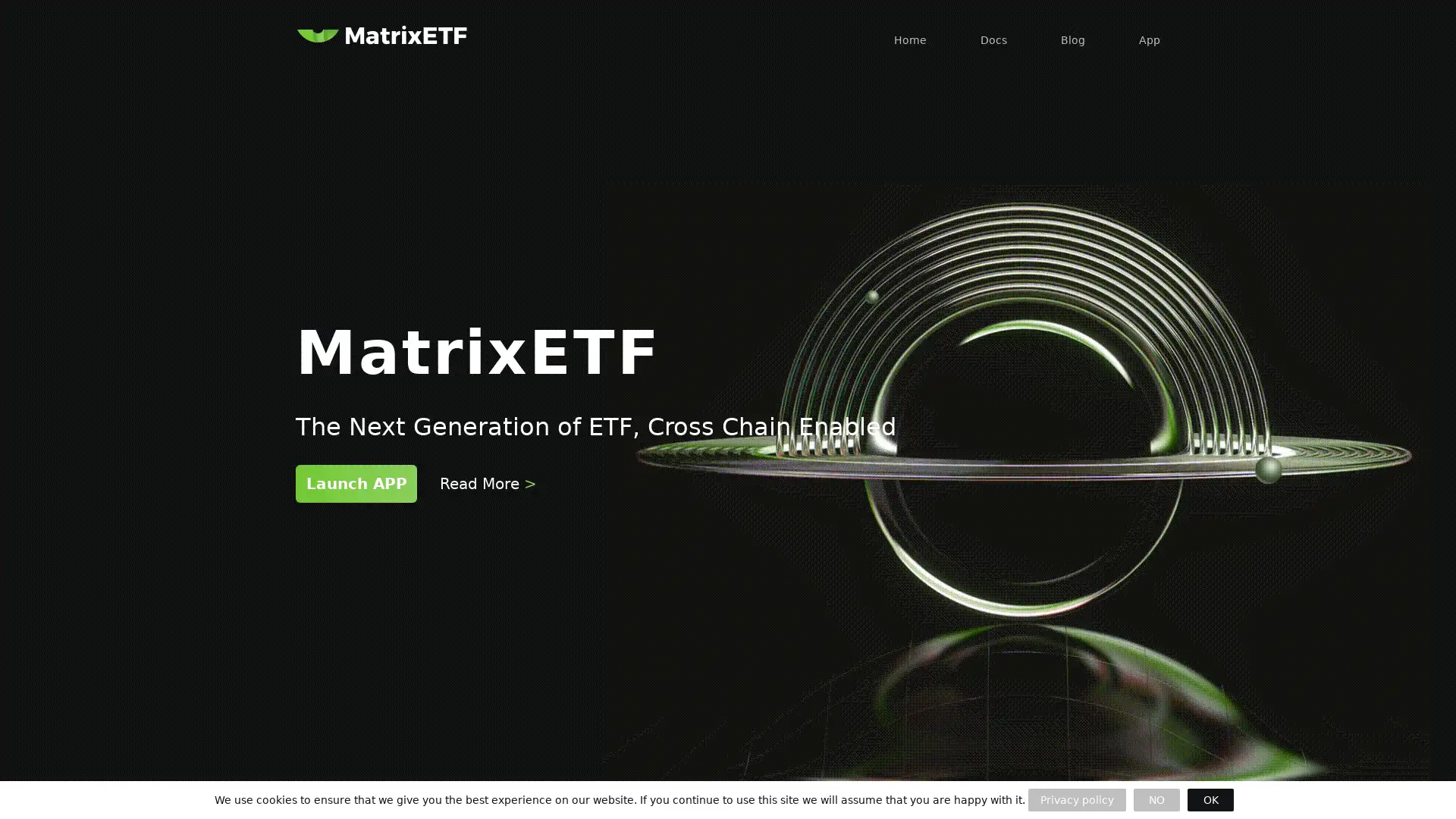 This screenshot has height=819, width=1456. Describe the element at coordinates (1210, 799) in the screenshot. I see `OK` at that location.